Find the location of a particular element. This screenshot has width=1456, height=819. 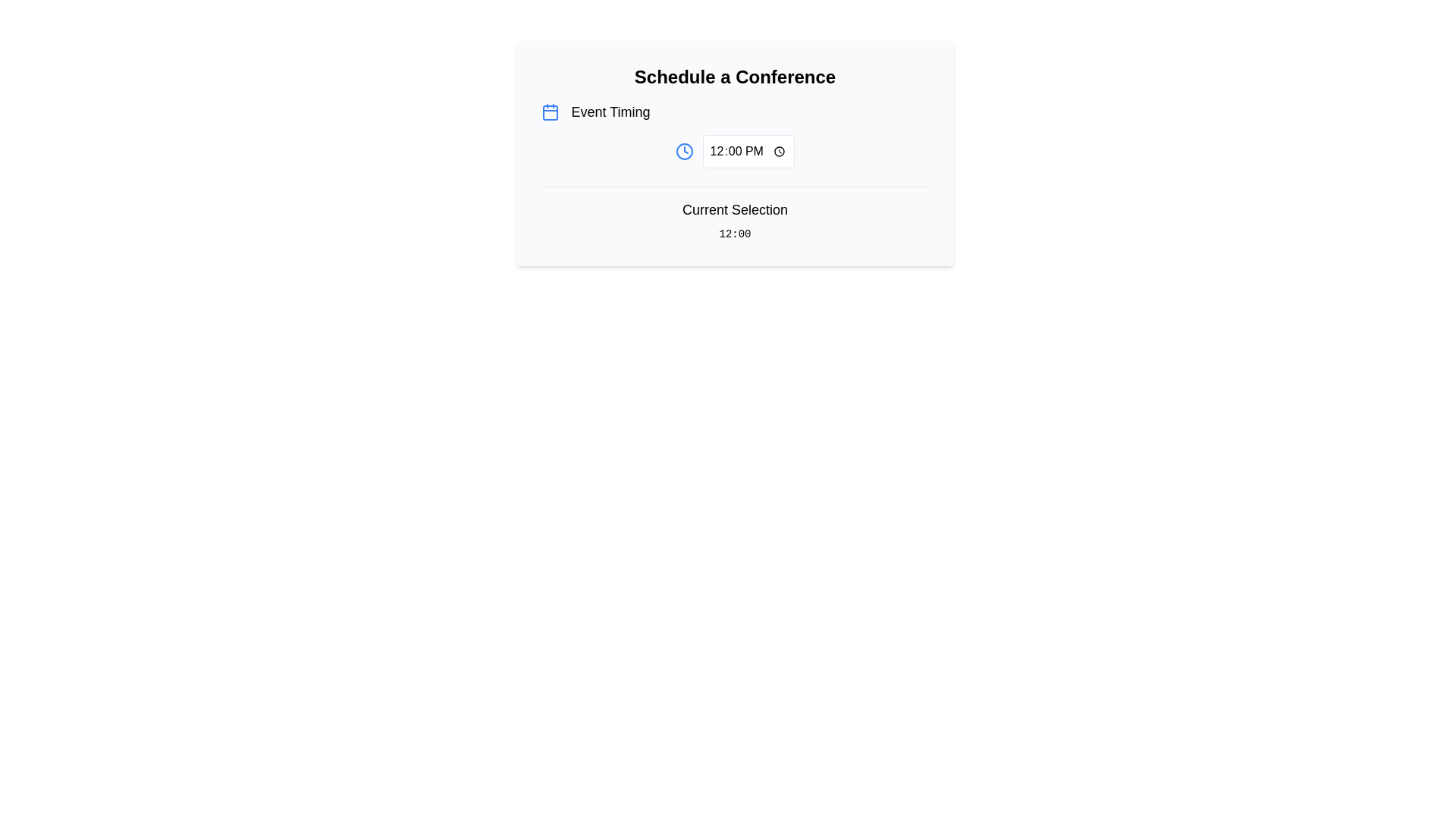

the decorative SVG element representing the date box in the calendar visualization, located at the center of the blue calendar icon, to access the related 'Event Timing' feature is located at coordinates (549, 112).